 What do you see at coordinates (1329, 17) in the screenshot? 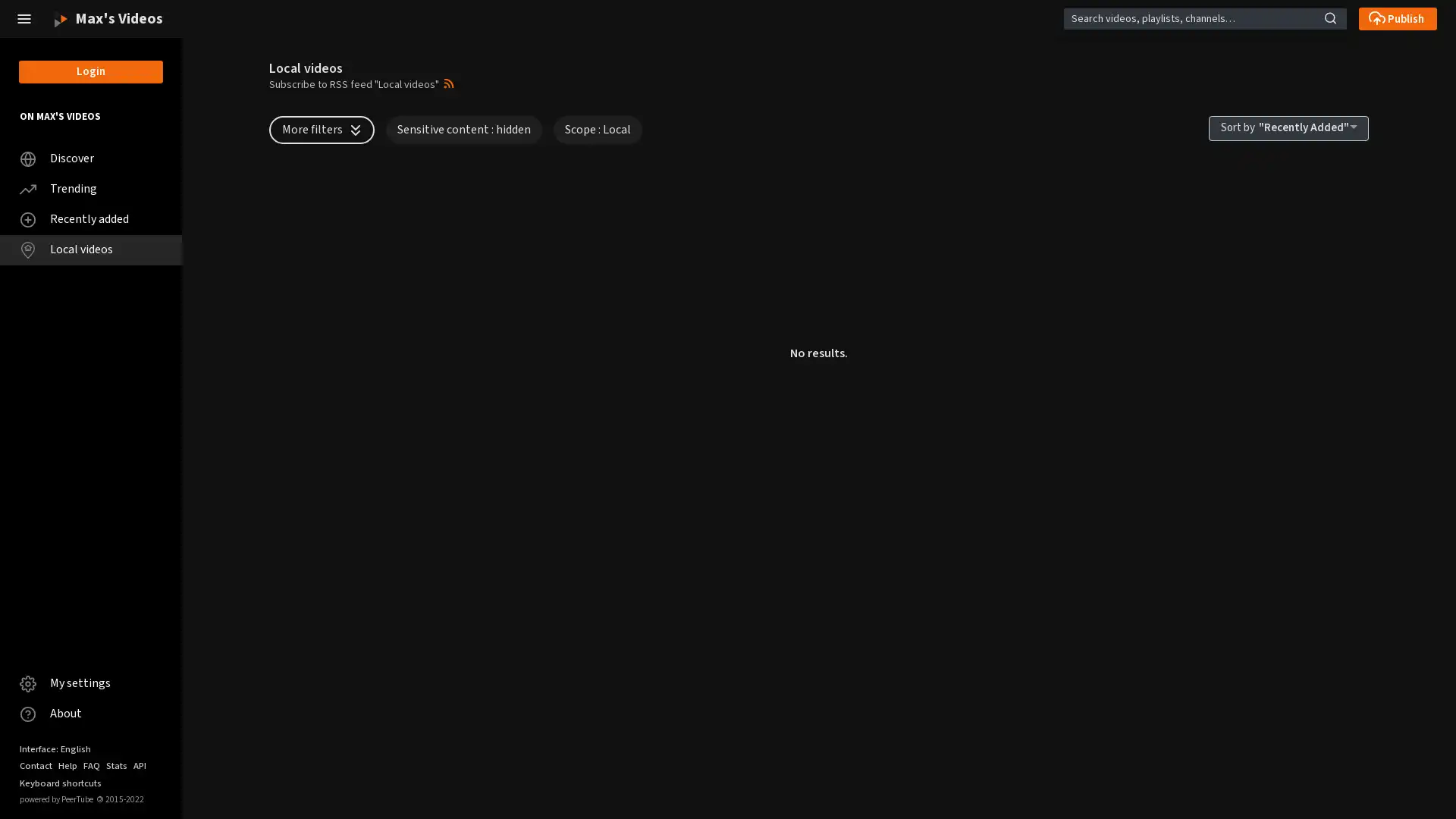
I see `Search` at bounding box center [1329, 17].